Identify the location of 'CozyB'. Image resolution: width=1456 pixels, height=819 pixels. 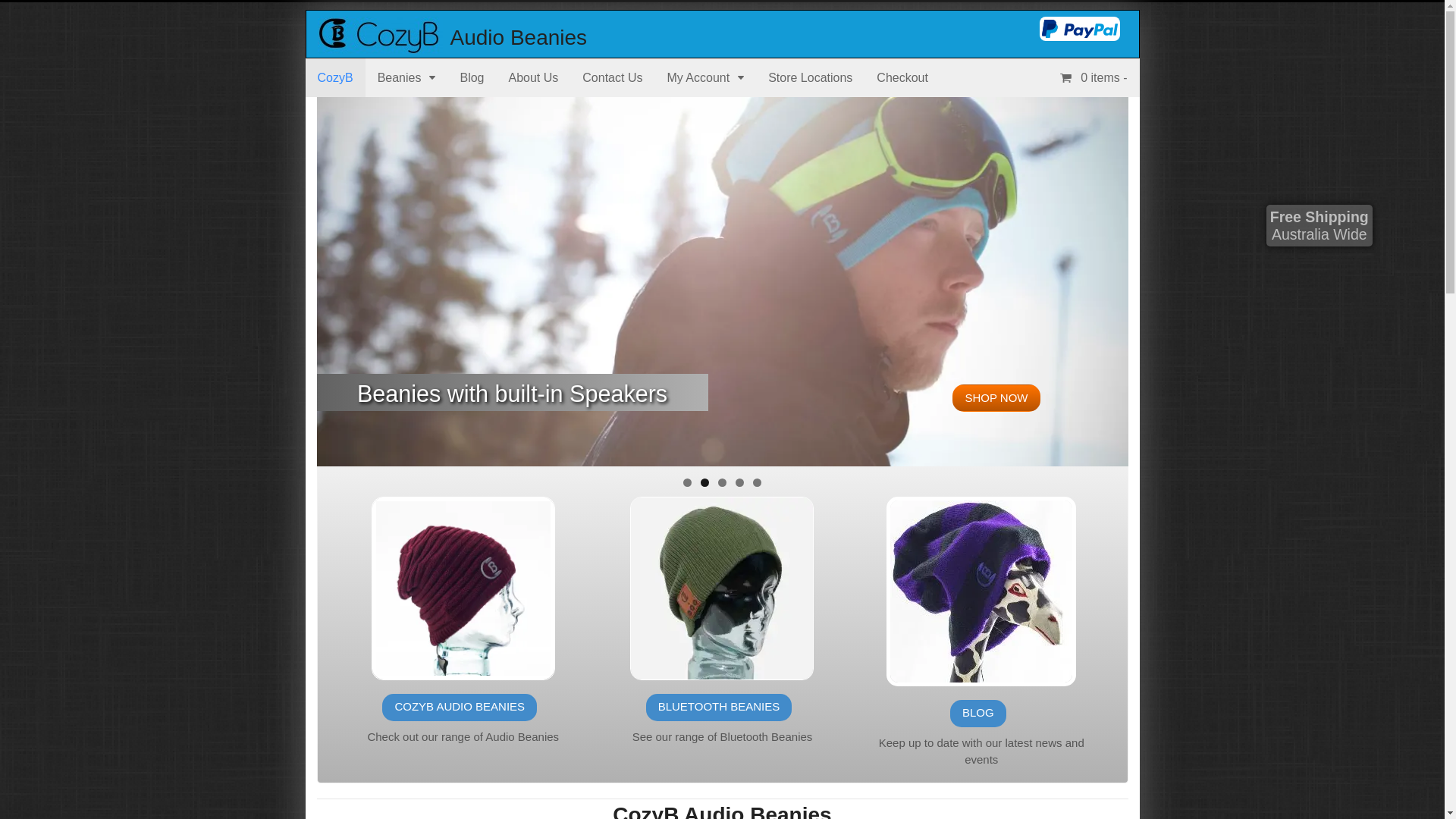
(334, 77).